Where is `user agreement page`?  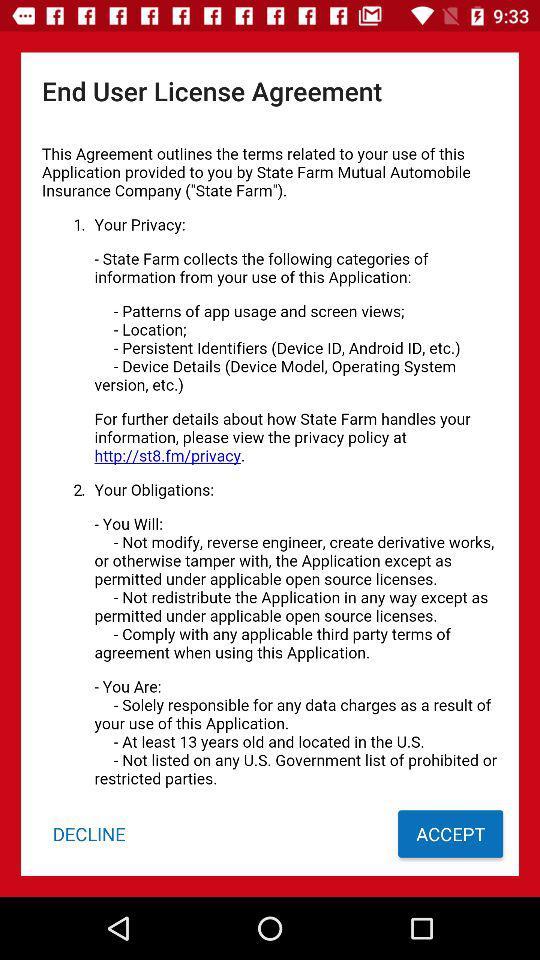 user agreement page is located at coordinates (270, 460).